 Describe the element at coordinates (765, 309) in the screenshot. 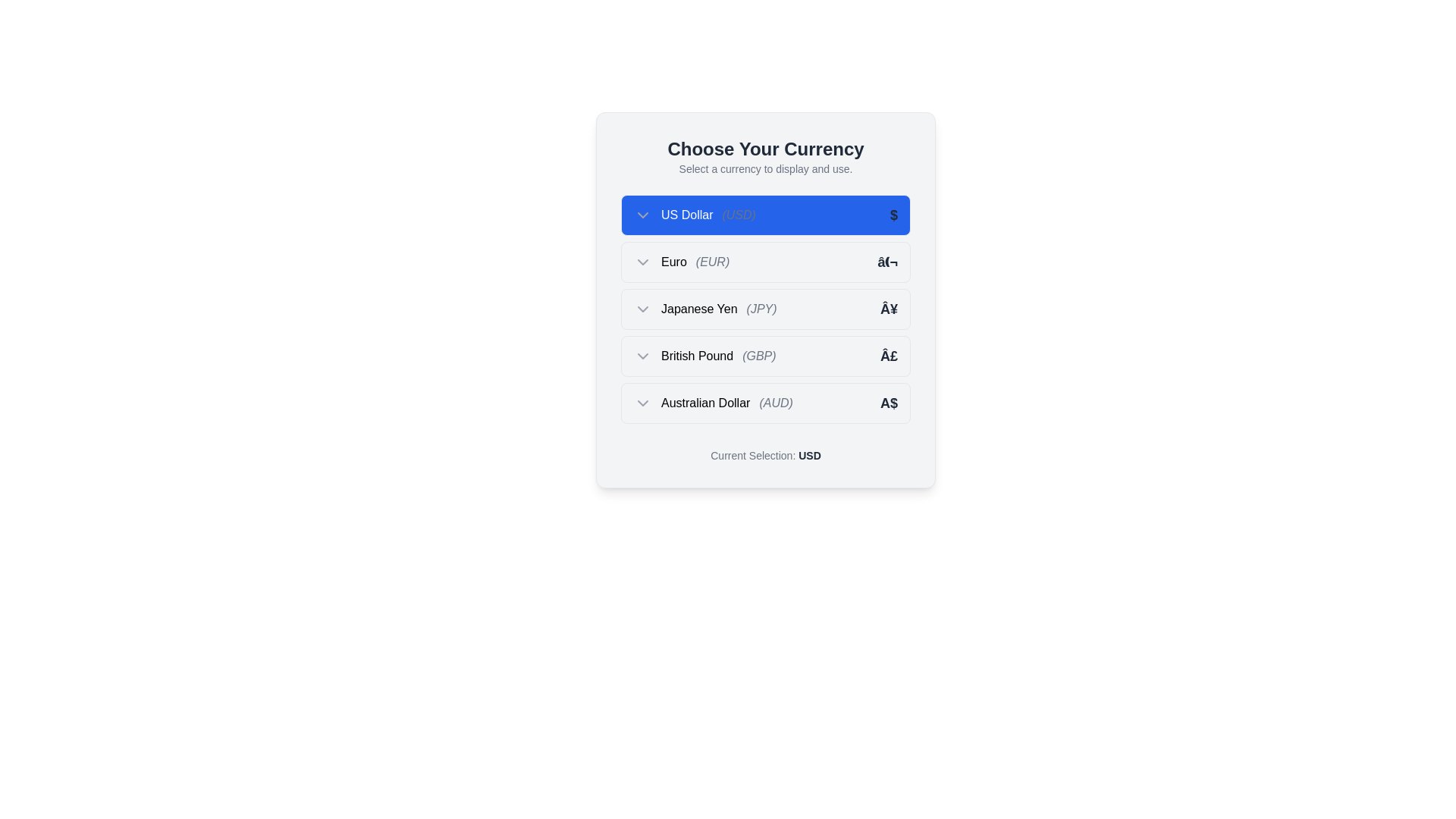

I see `the List item displaying 'Japanese Yen (JPY)' with the symbol '¥' in a dropdown menu` at that location.